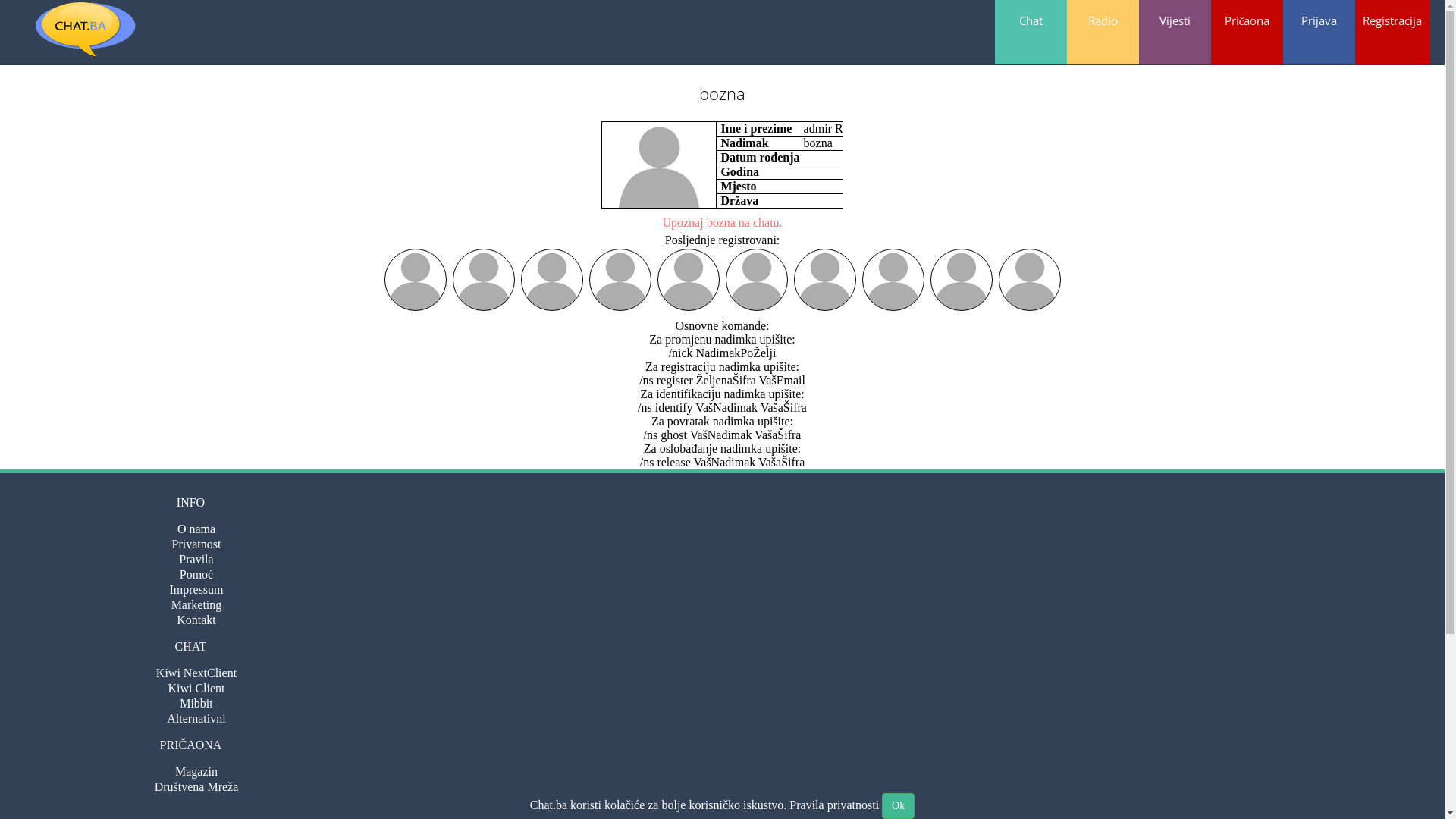  Describe the element at coordinates (195, 559) in the screenshot. I see `'Pravila'` at that location.